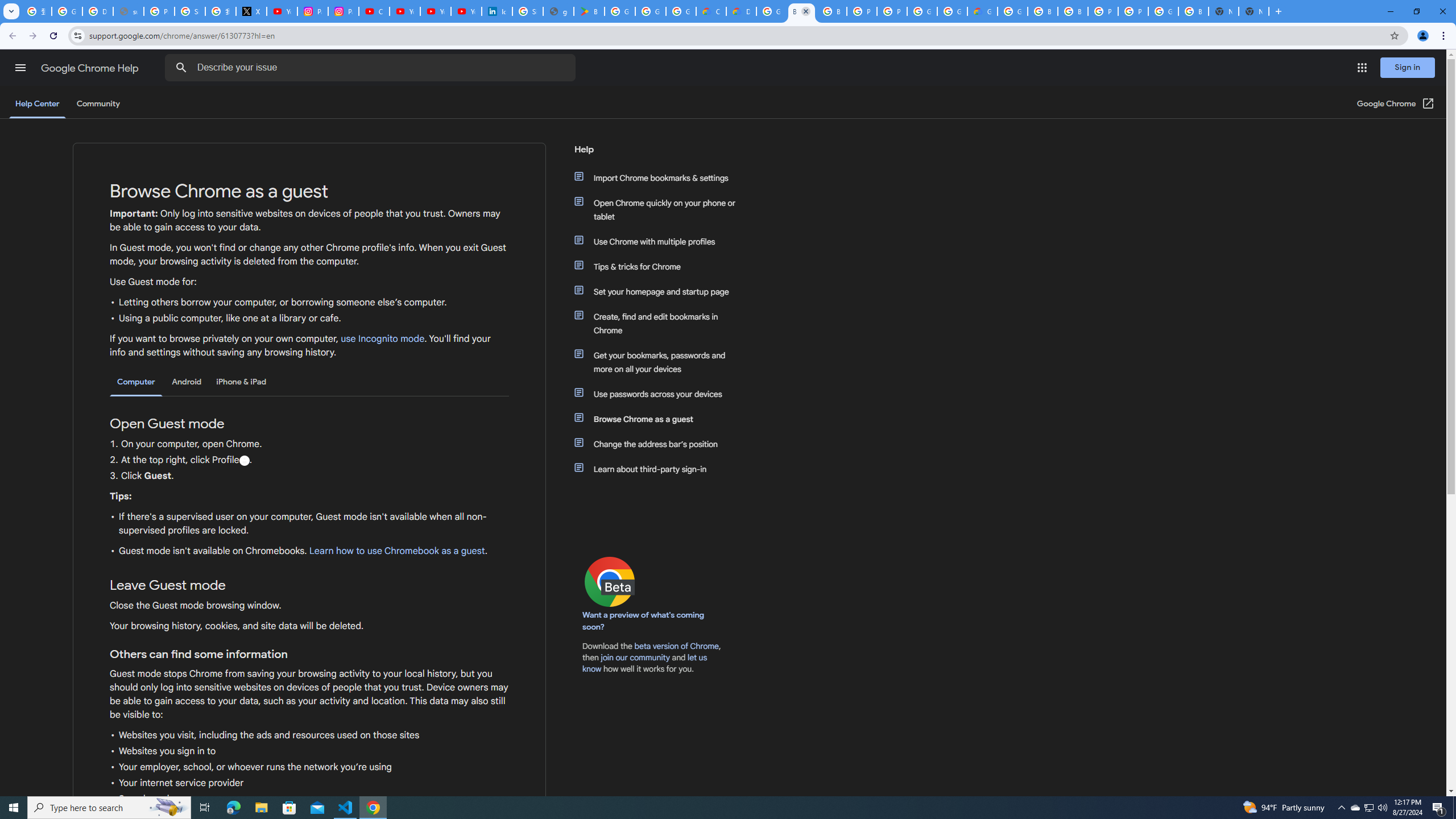 This screenshot has height=819, width=1456. I want to click on 'use Incognito mode', so click(382, 338).